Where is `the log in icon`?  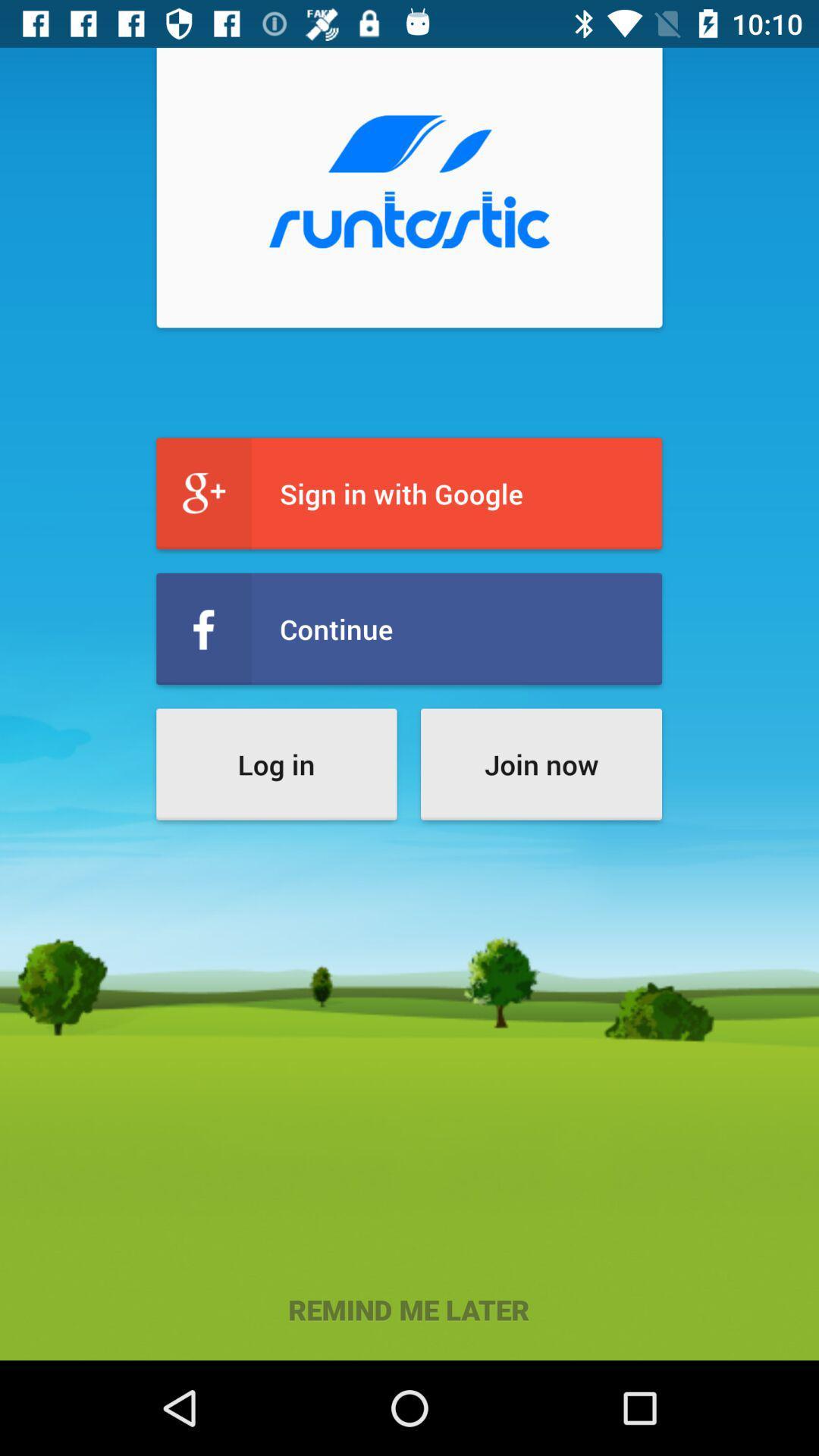 the log in icon is located at coordinates (276, 764).